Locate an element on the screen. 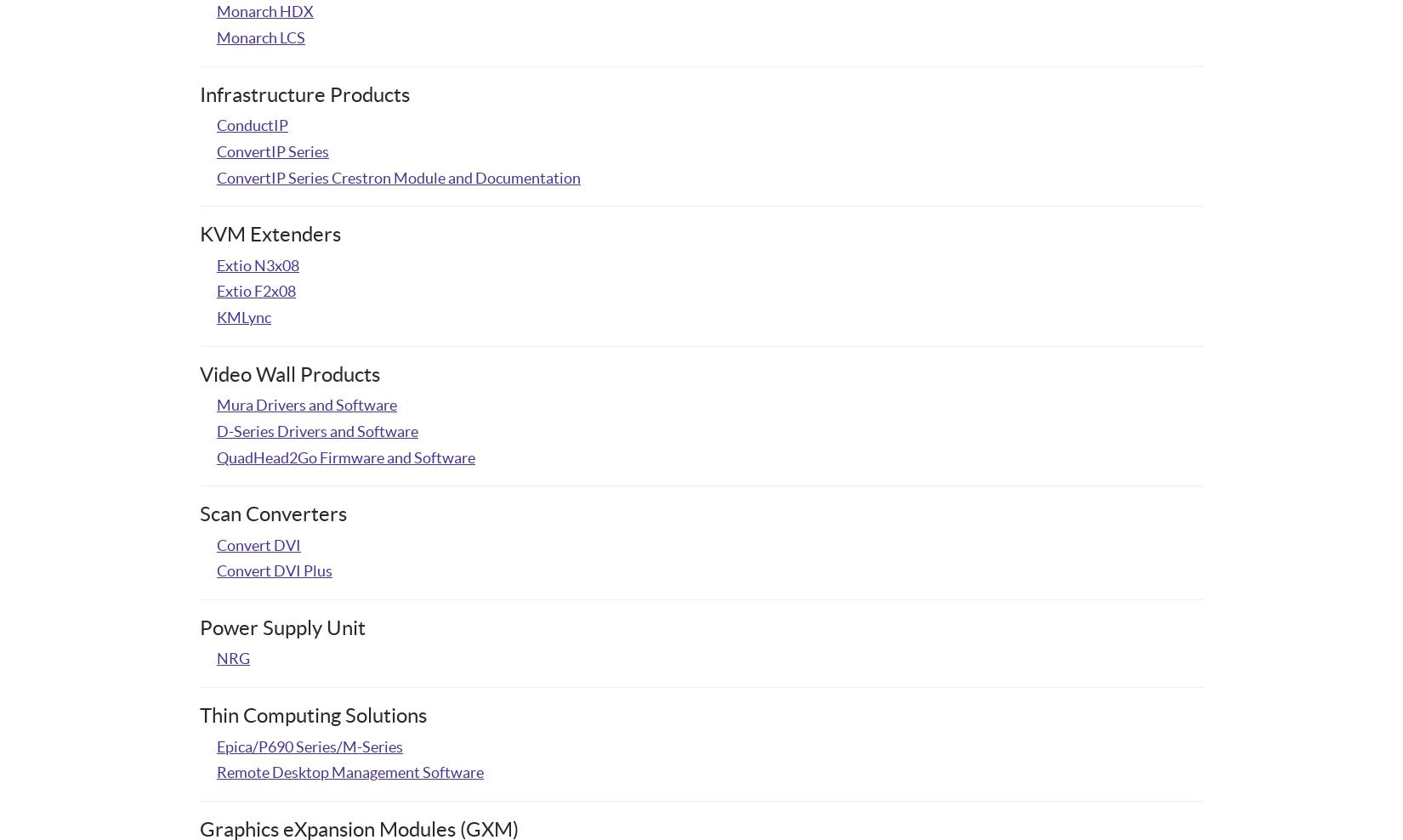 The width and height of the screenshot is (1403, 840). 'Scan Converters' is located at coordinates (273, 514).